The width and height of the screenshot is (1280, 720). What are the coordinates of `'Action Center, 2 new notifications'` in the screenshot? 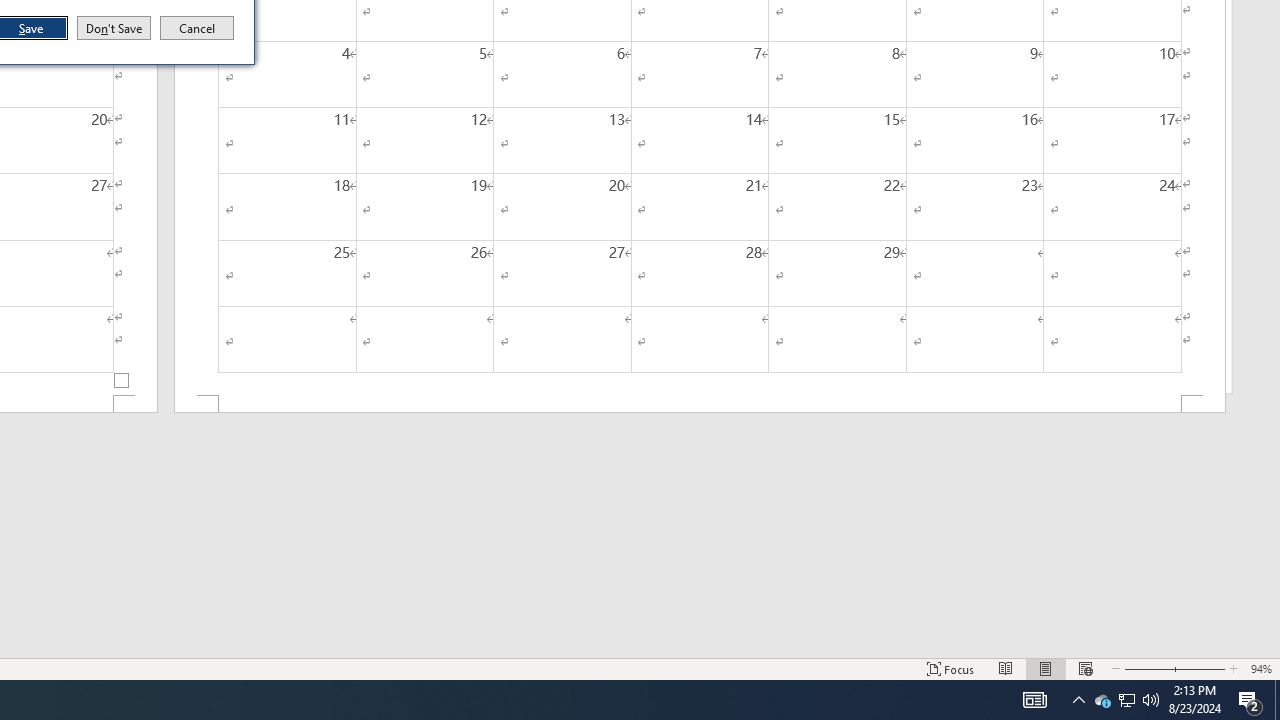 It's located at (1250, 698).